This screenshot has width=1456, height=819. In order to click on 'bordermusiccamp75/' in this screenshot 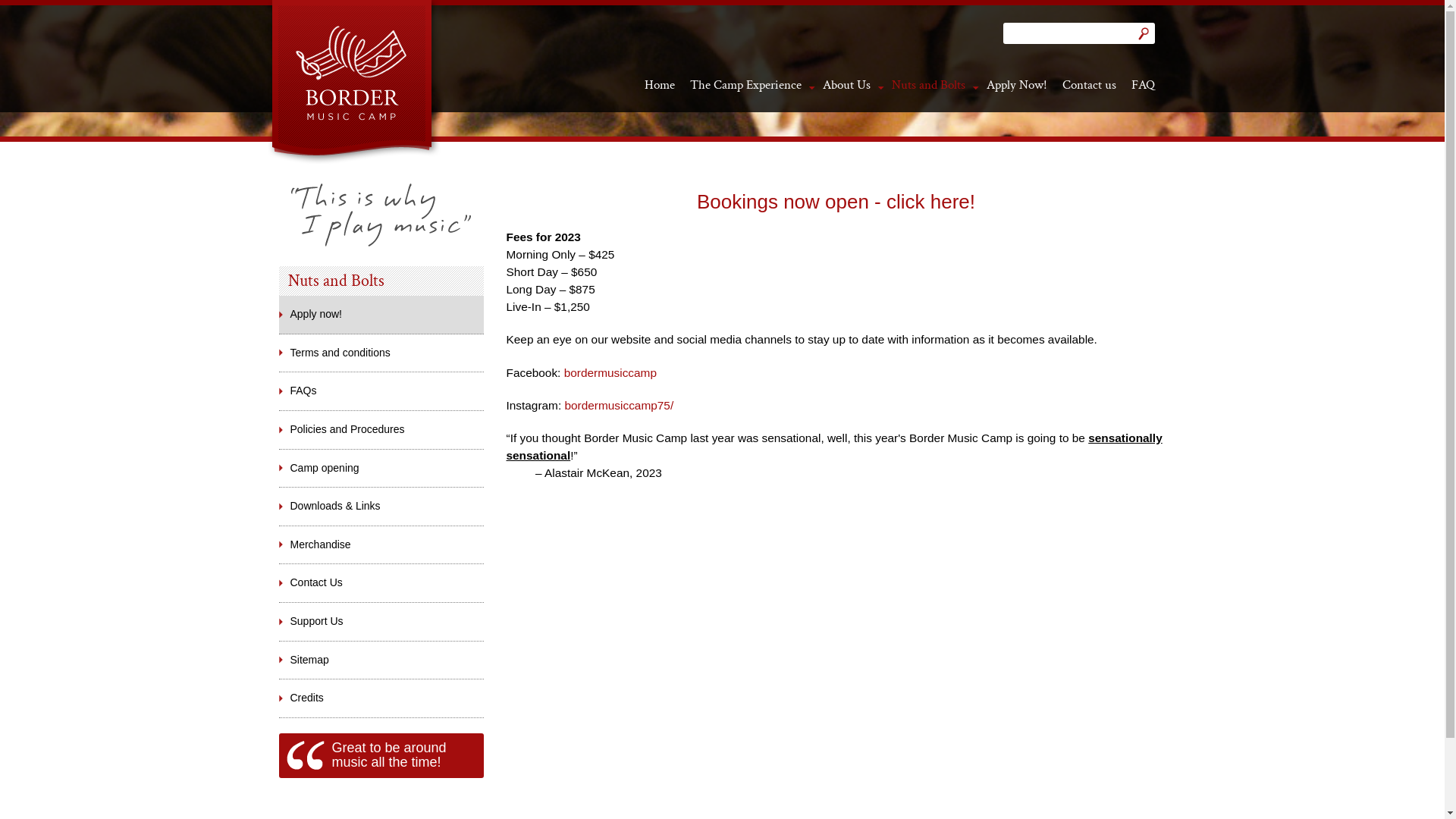, I will do `click(619, 404)`.